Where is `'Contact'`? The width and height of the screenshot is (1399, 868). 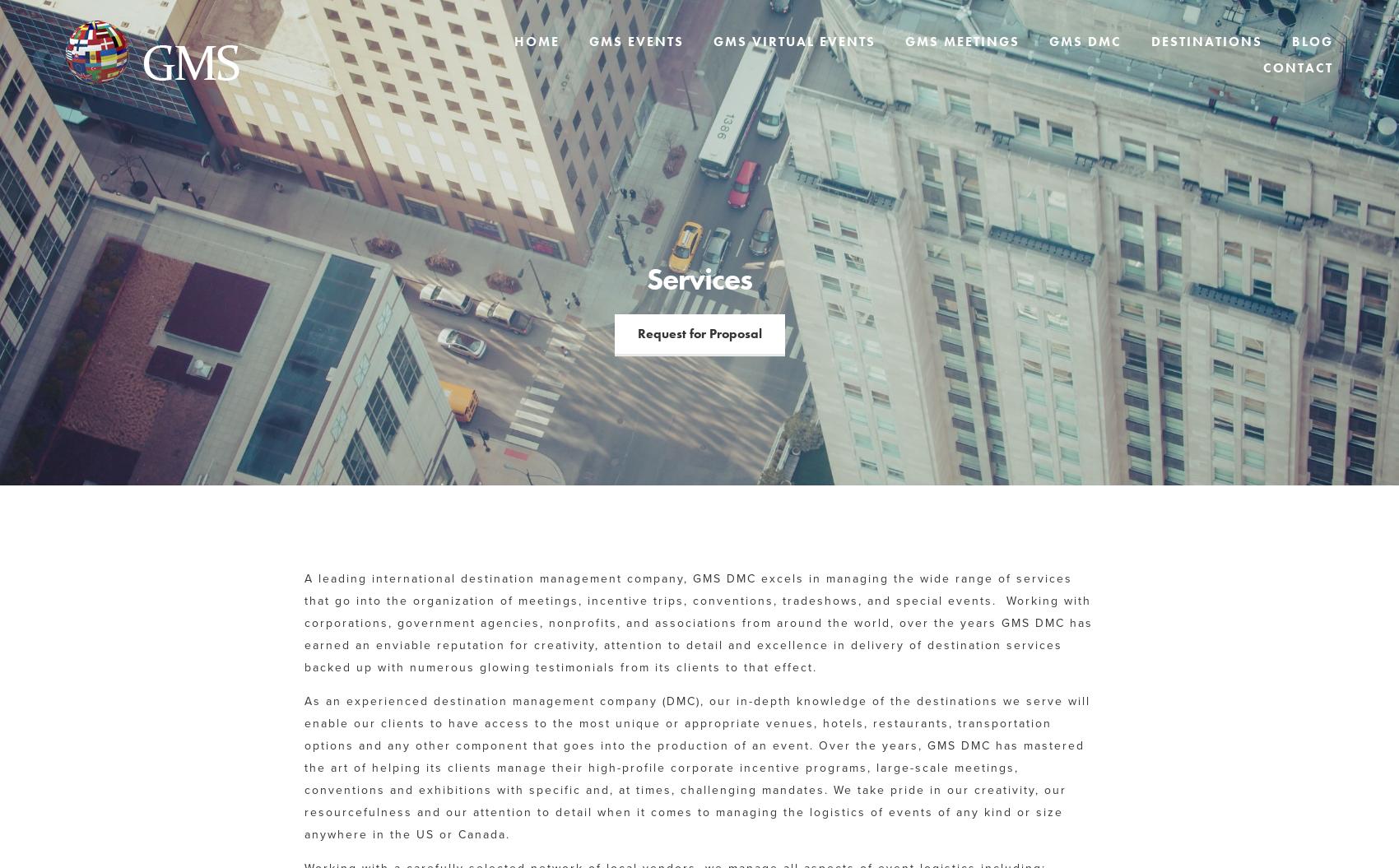
'Contact' is located at coordinates (1298, 67).